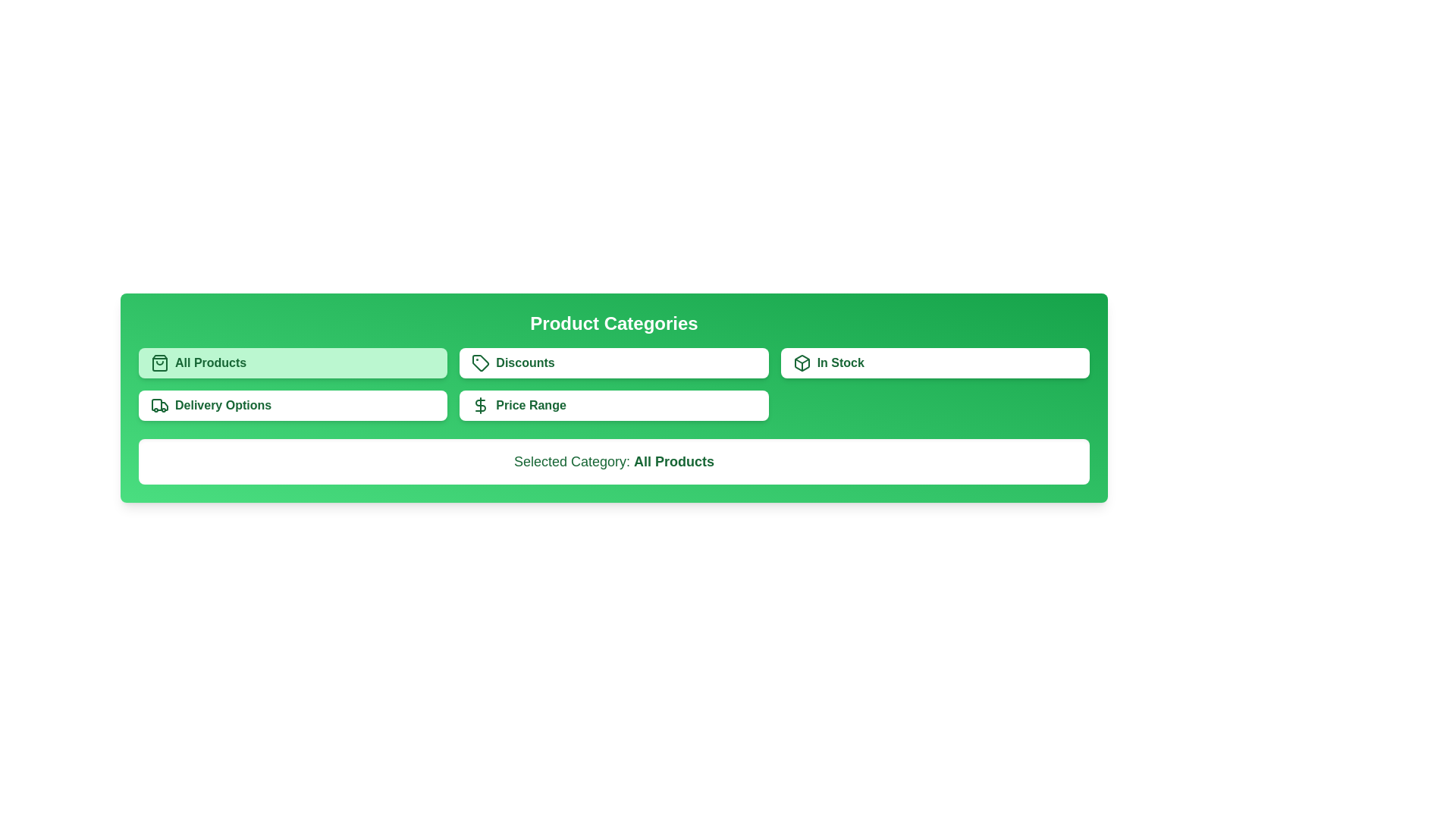 This screenshot has width=1456, height=819. Describe the element at coordinates (480, 362) in the screenshot. I see `the 'Discounts' button icon located in the 'Product Categories' section to trigger possible hover effects` at that location.